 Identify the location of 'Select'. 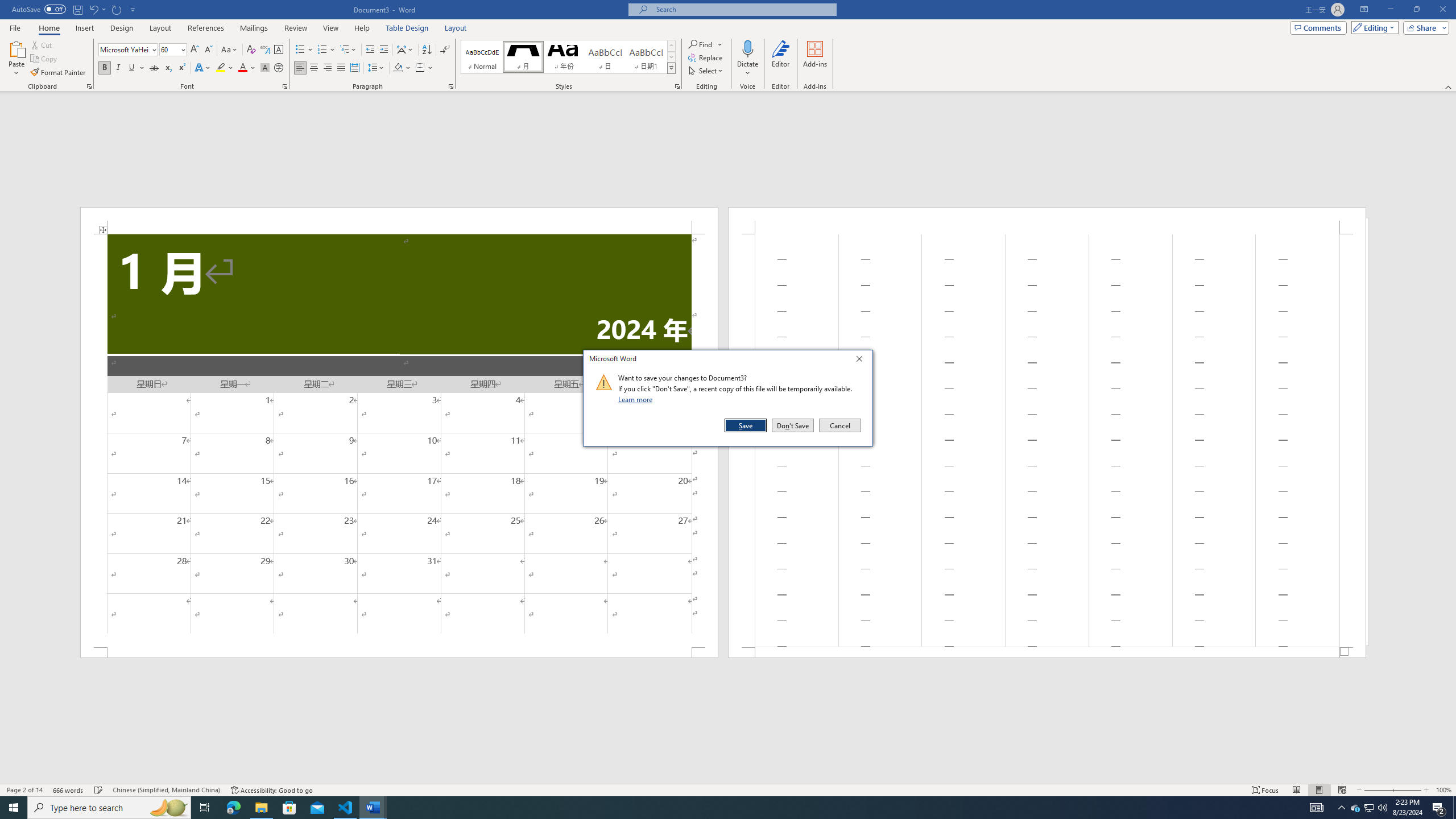
(705, 69).